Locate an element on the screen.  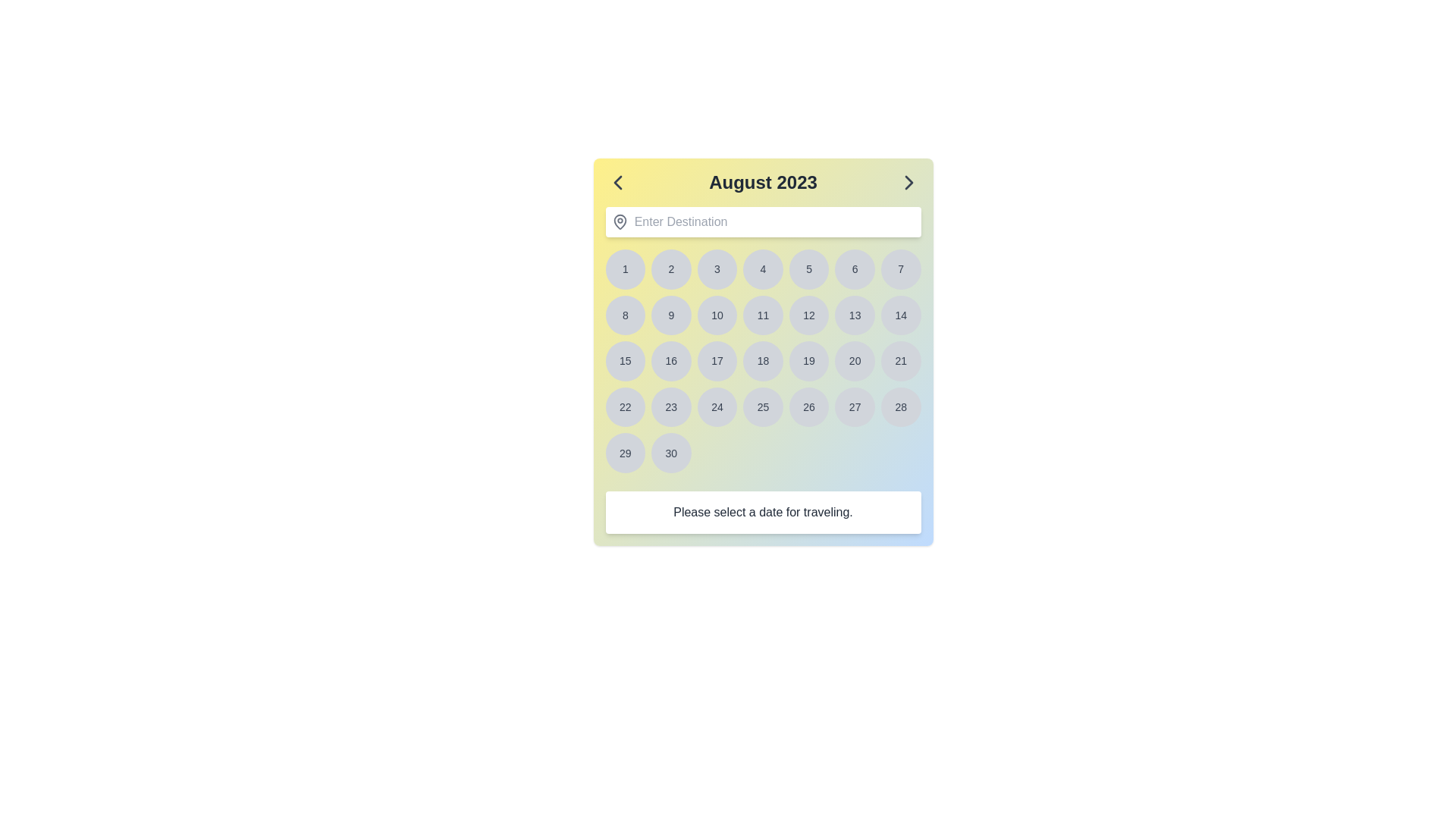
the selectable date button indicating the 18th of August 2023 in the calendar grid is located at coordinates (763, 361).